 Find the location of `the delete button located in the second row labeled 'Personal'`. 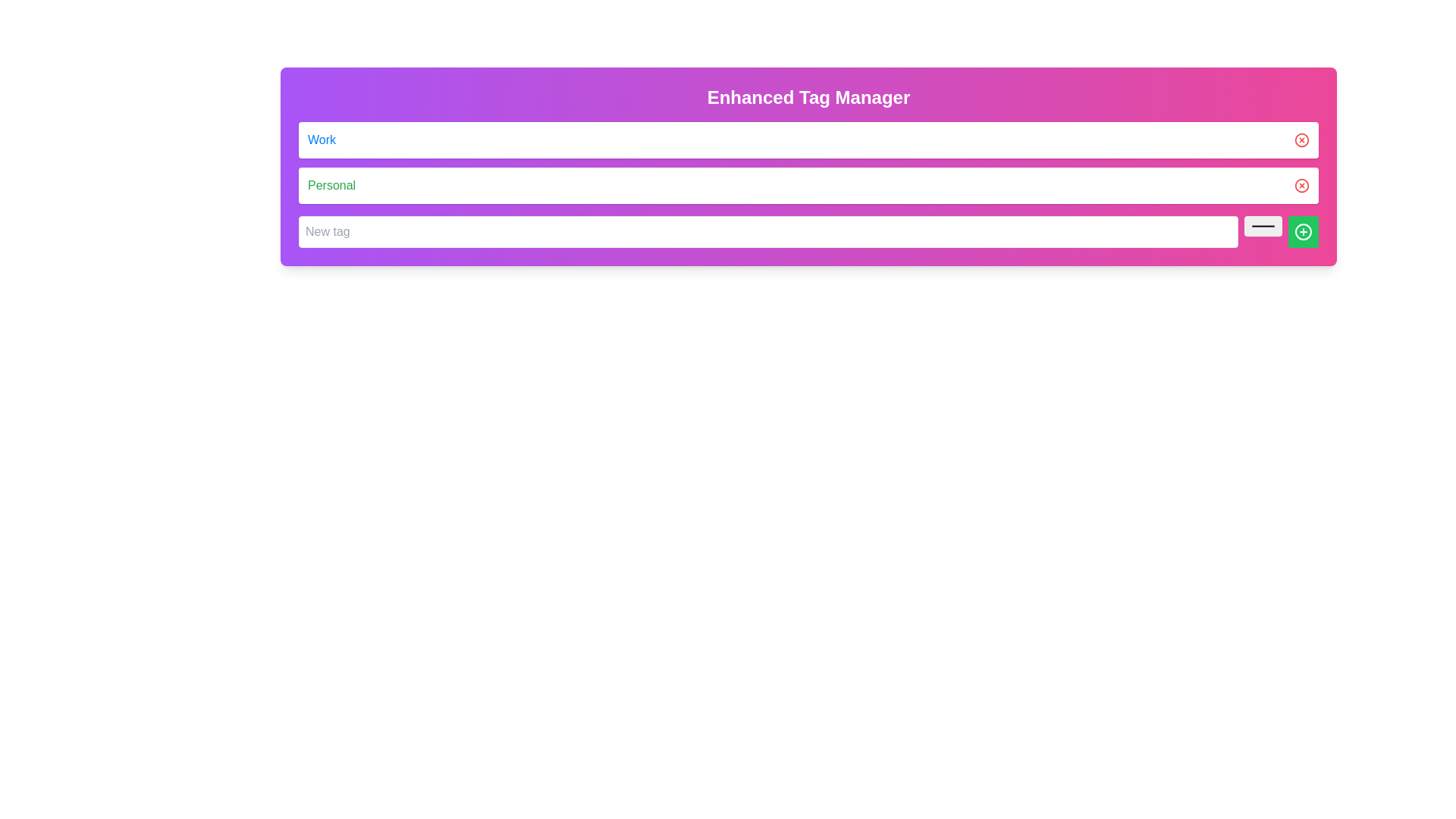

the delete button located in the second row labeled 'Personal' is located at coordinates (1301, 185).